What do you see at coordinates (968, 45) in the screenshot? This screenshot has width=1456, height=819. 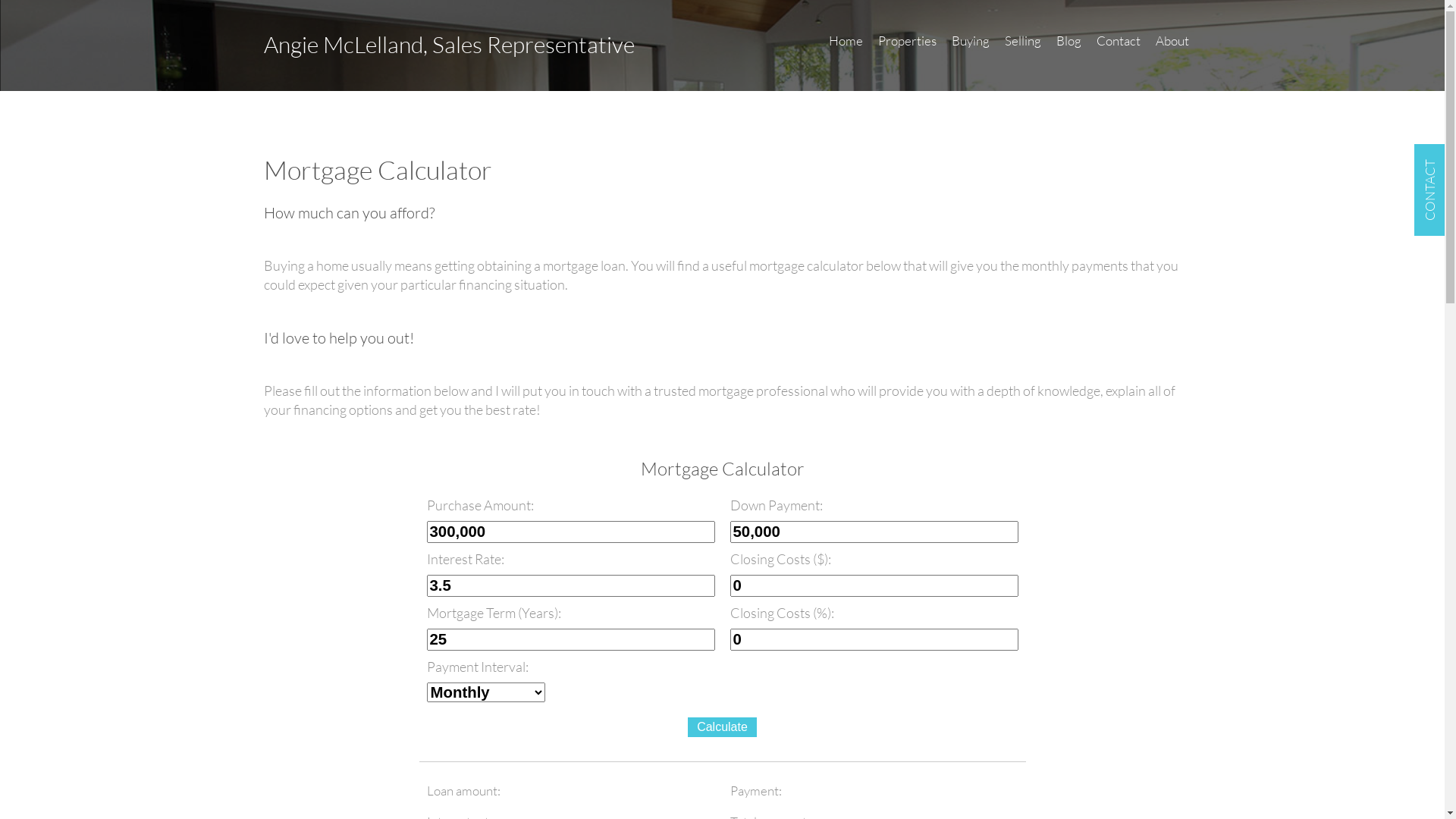 I see `'Buying'` at bounding box center [968, 45].